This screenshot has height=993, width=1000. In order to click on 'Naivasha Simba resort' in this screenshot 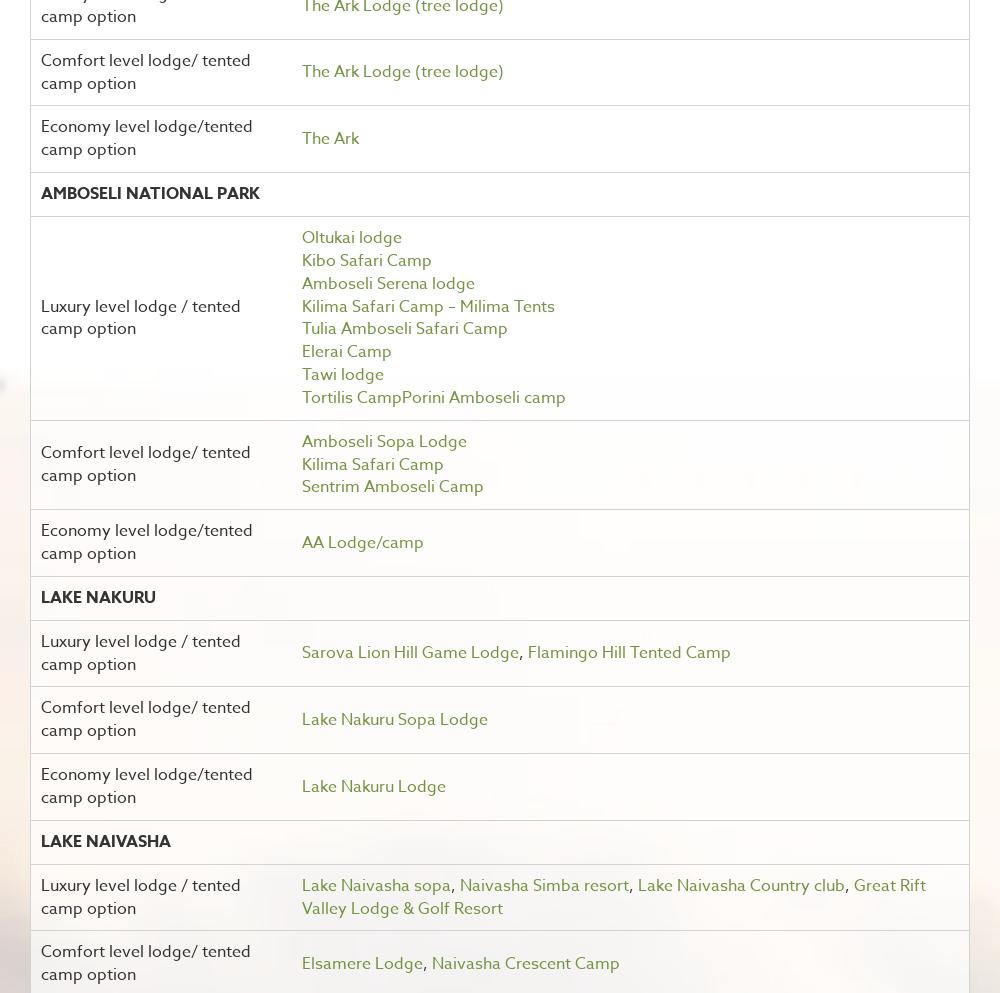, I will do `click(543, 884)`.